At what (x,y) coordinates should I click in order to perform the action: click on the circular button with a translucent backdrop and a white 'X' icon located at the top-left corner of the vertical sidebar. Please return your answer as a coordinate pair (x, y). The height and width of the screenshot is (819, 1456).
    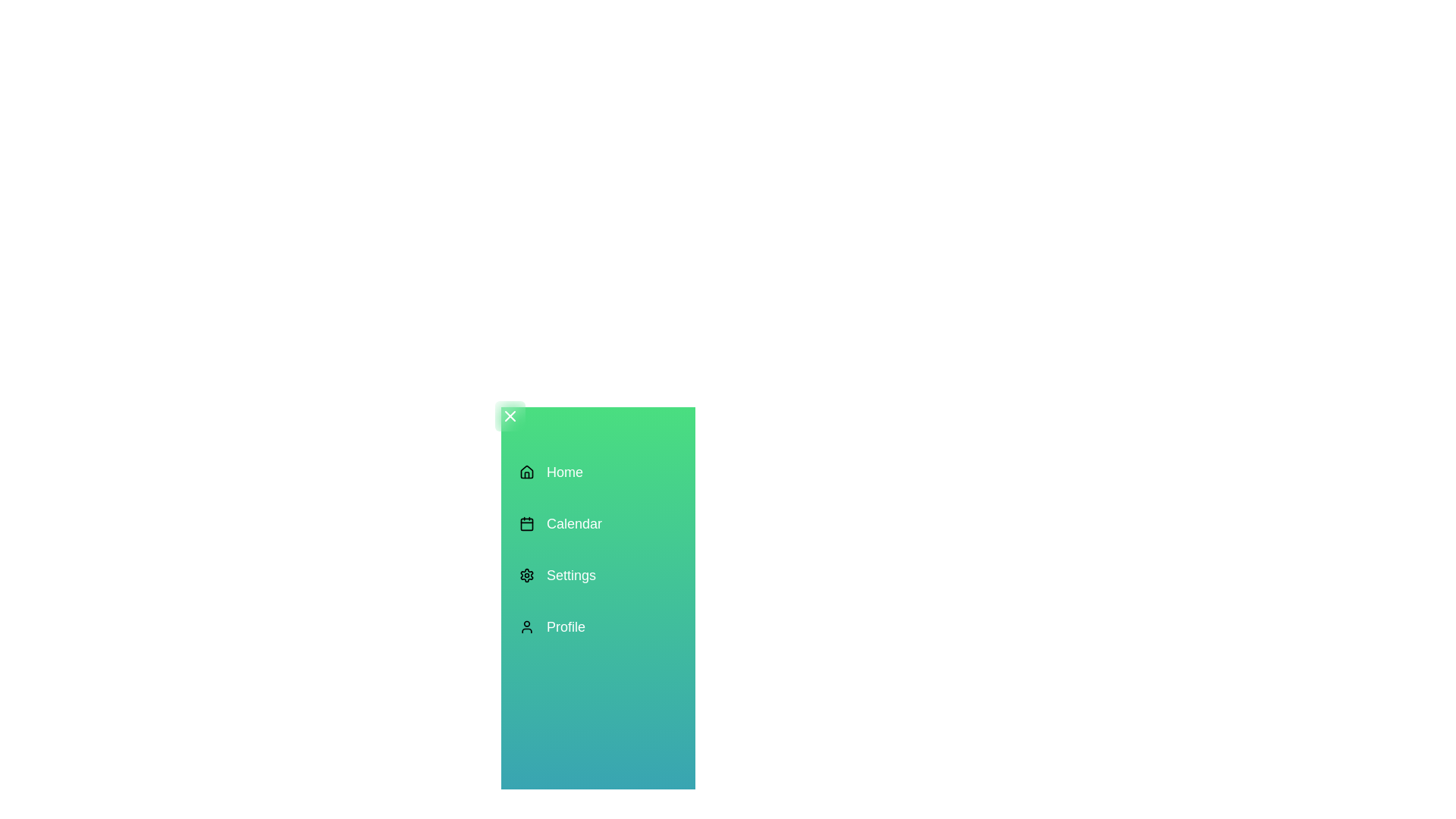
    Looking at the image, I should click on (510, 416).